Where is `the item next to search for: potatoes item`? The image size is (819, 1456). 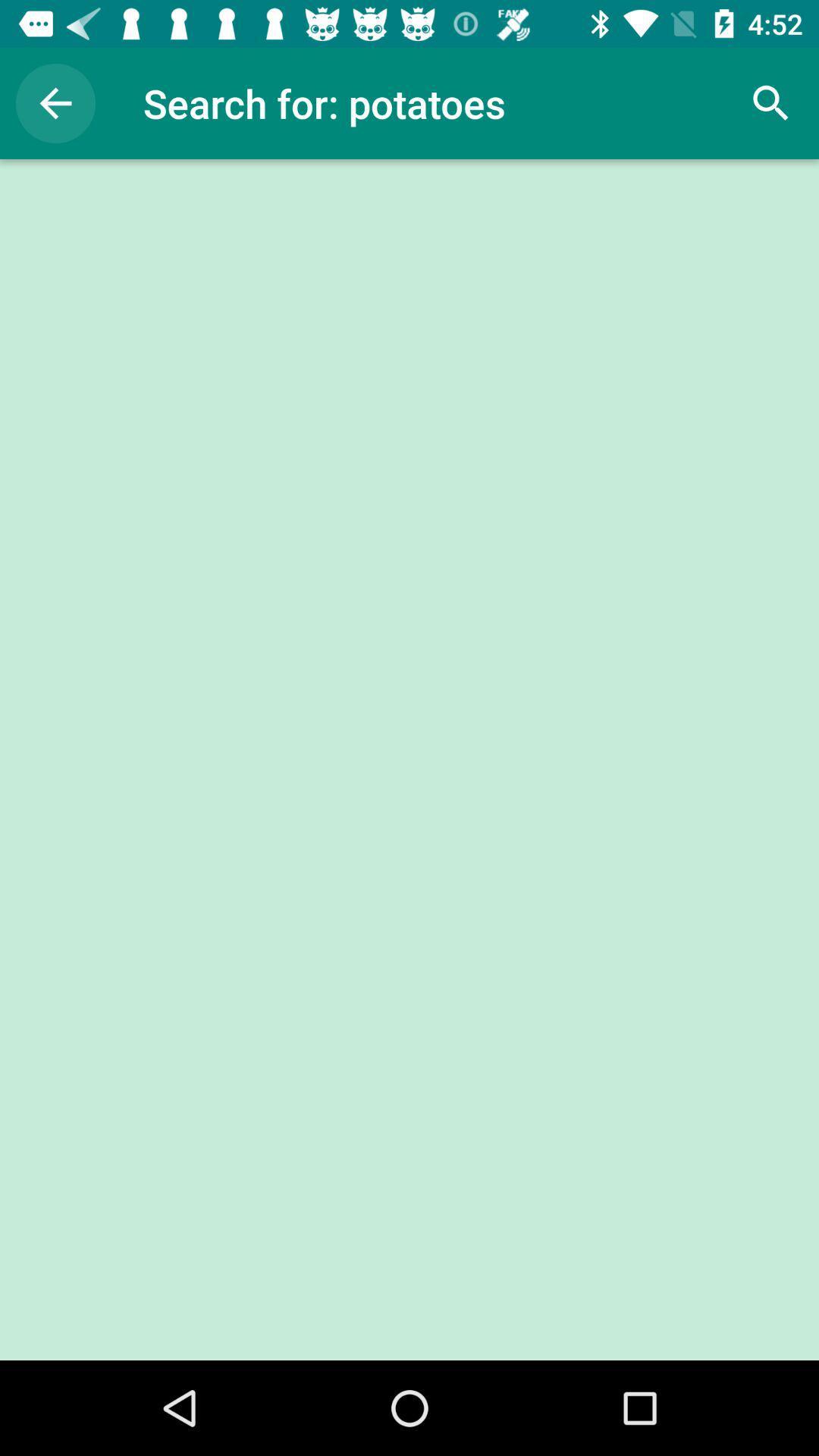 the item next to search for: potatoes item is located at coordinates (55, 102).